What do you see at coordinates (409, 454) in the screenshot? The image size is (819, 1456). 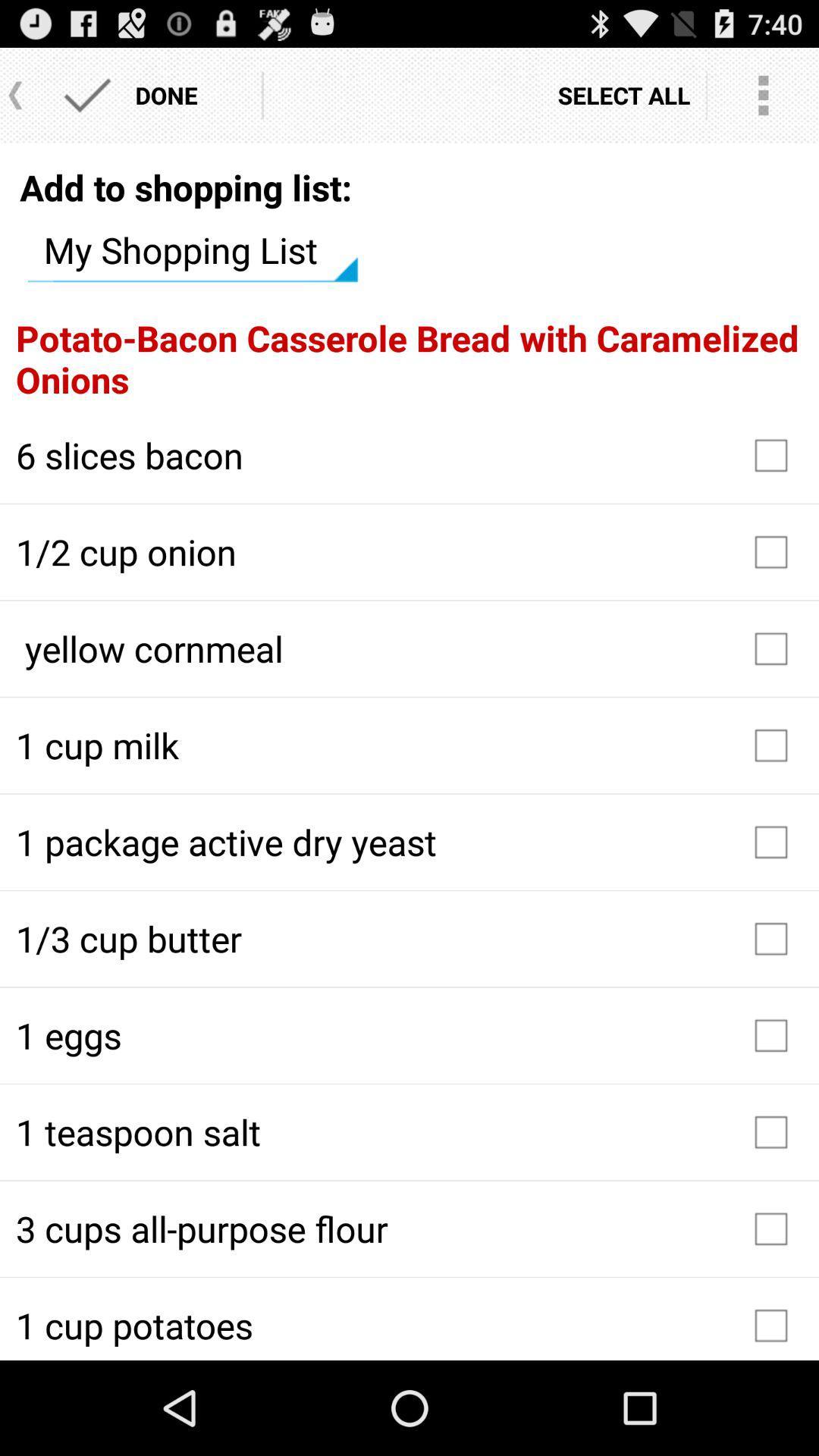 I see `the 6 slices bacon icon` at bounding box center [409, 454].